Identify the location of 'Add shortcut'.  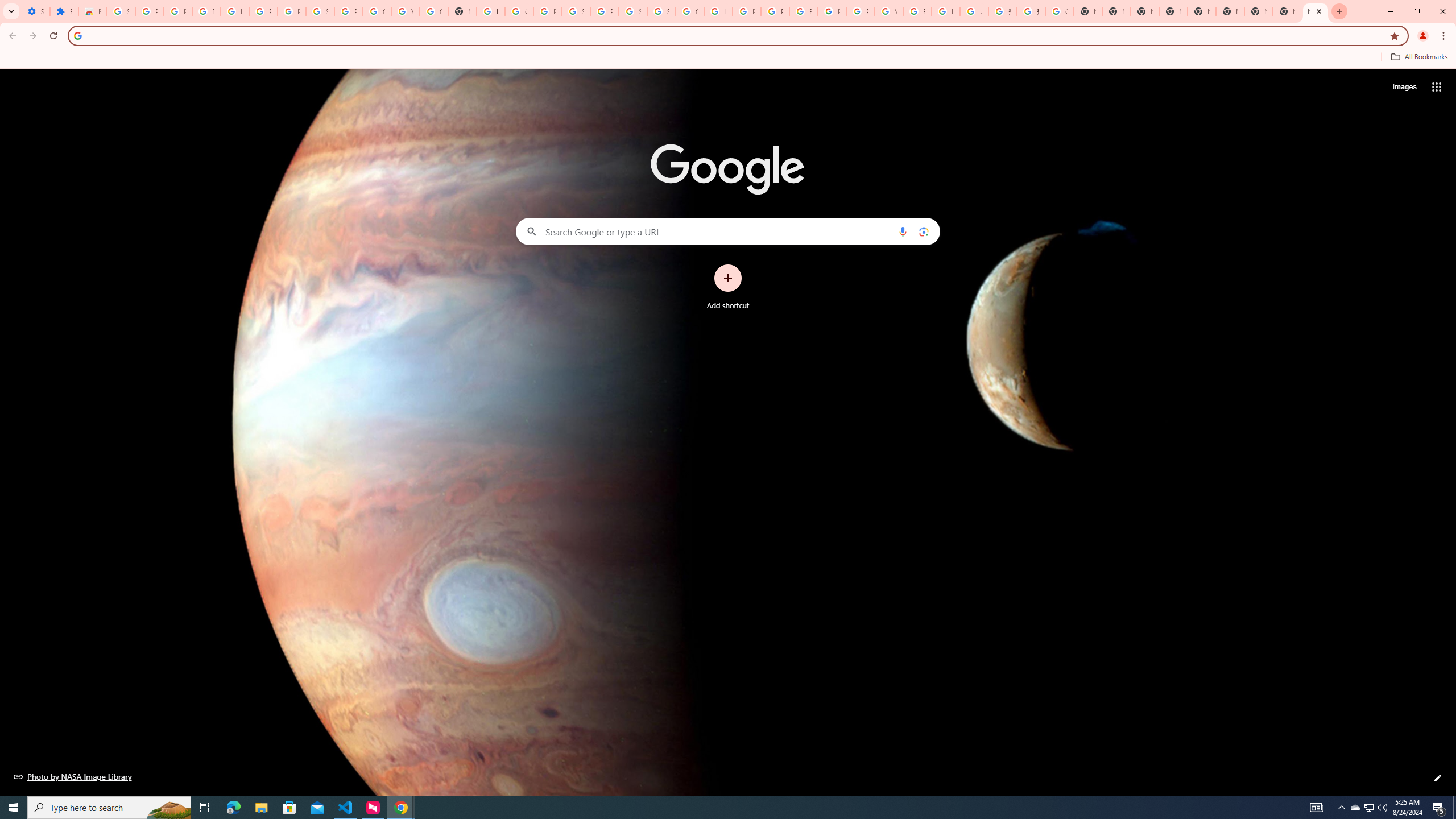
(728, 287).